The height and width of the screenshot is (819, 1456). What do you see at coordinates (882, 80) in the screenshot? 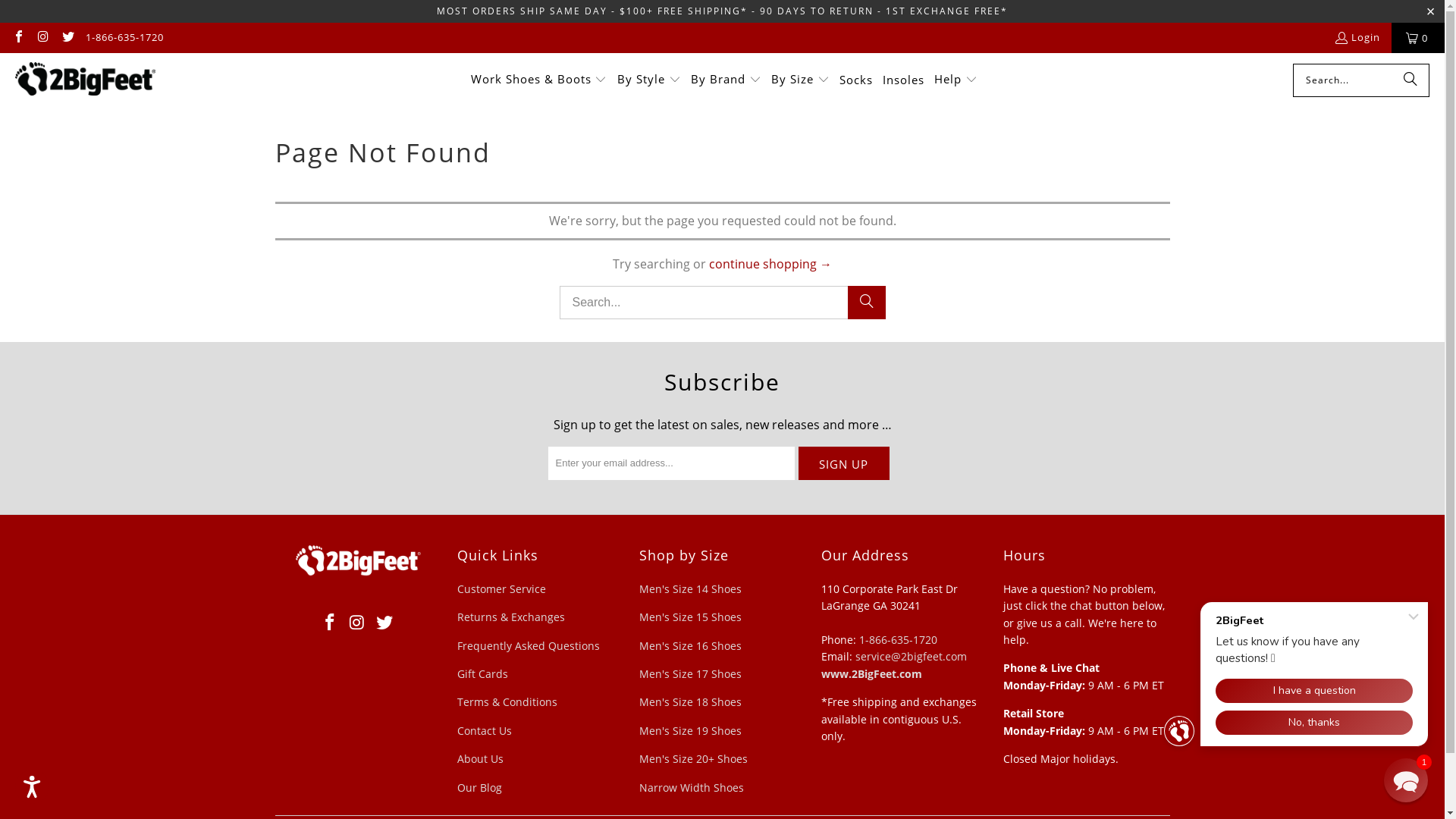
I see `'Insoles'` at bounding box center [882, 80].